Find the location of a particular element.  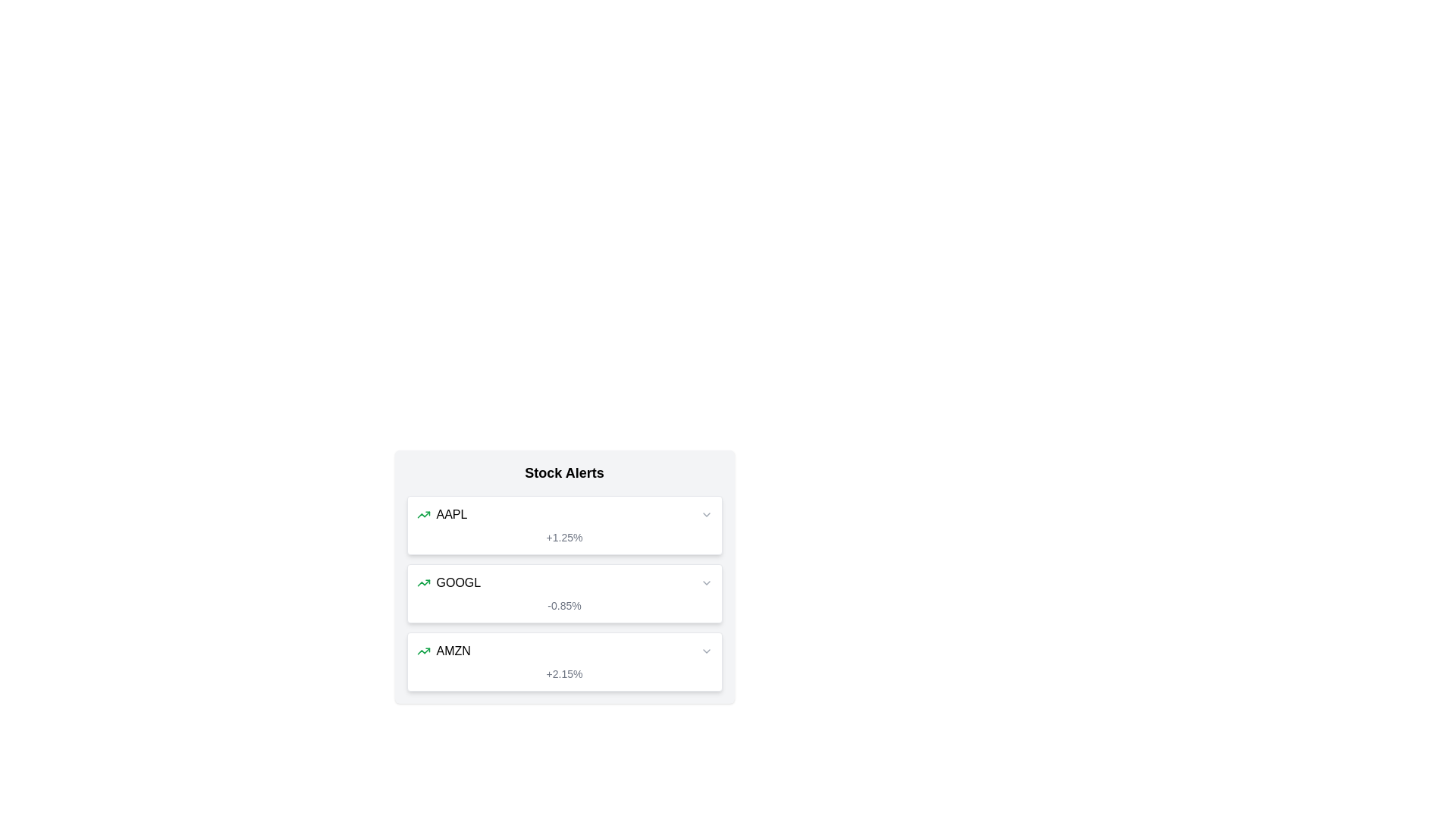

the displayed information on the second Information display card that shows 'GOOGL' with a percentage of '-0.85%' in a clean, modern style is located at coordinates (563, 593).